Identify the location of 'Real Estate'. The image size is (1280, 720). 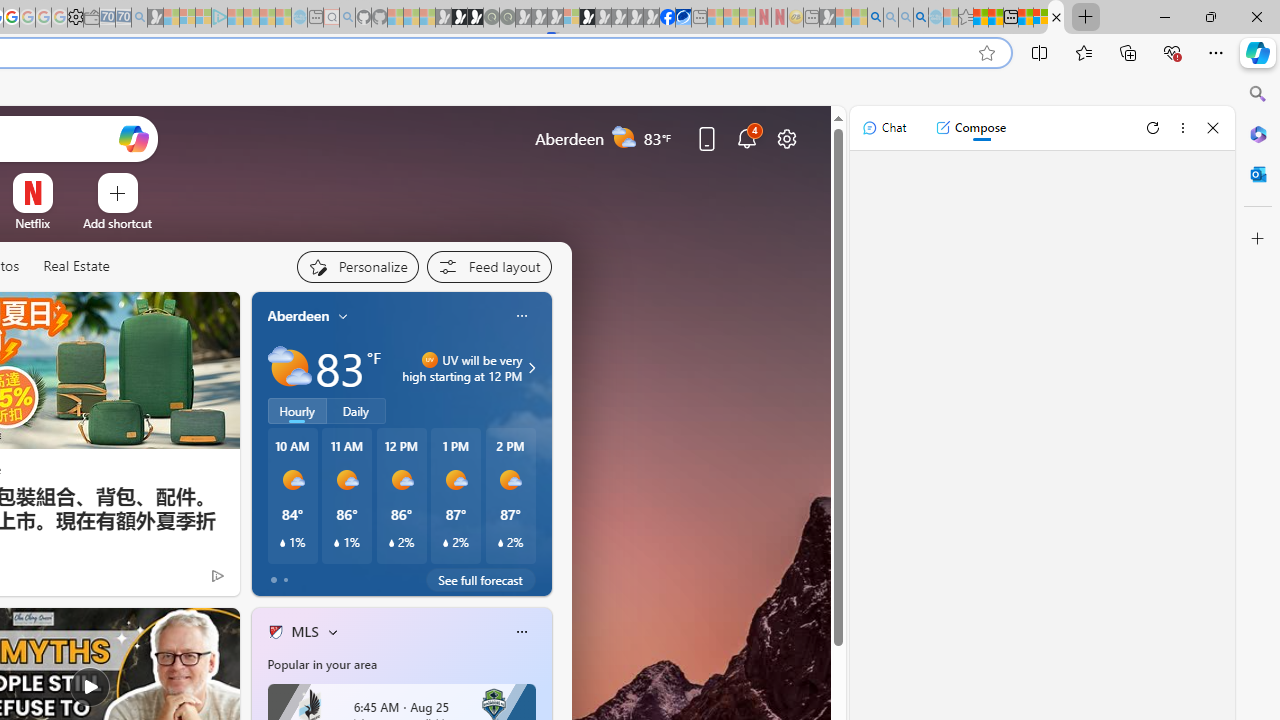
(76, 266).